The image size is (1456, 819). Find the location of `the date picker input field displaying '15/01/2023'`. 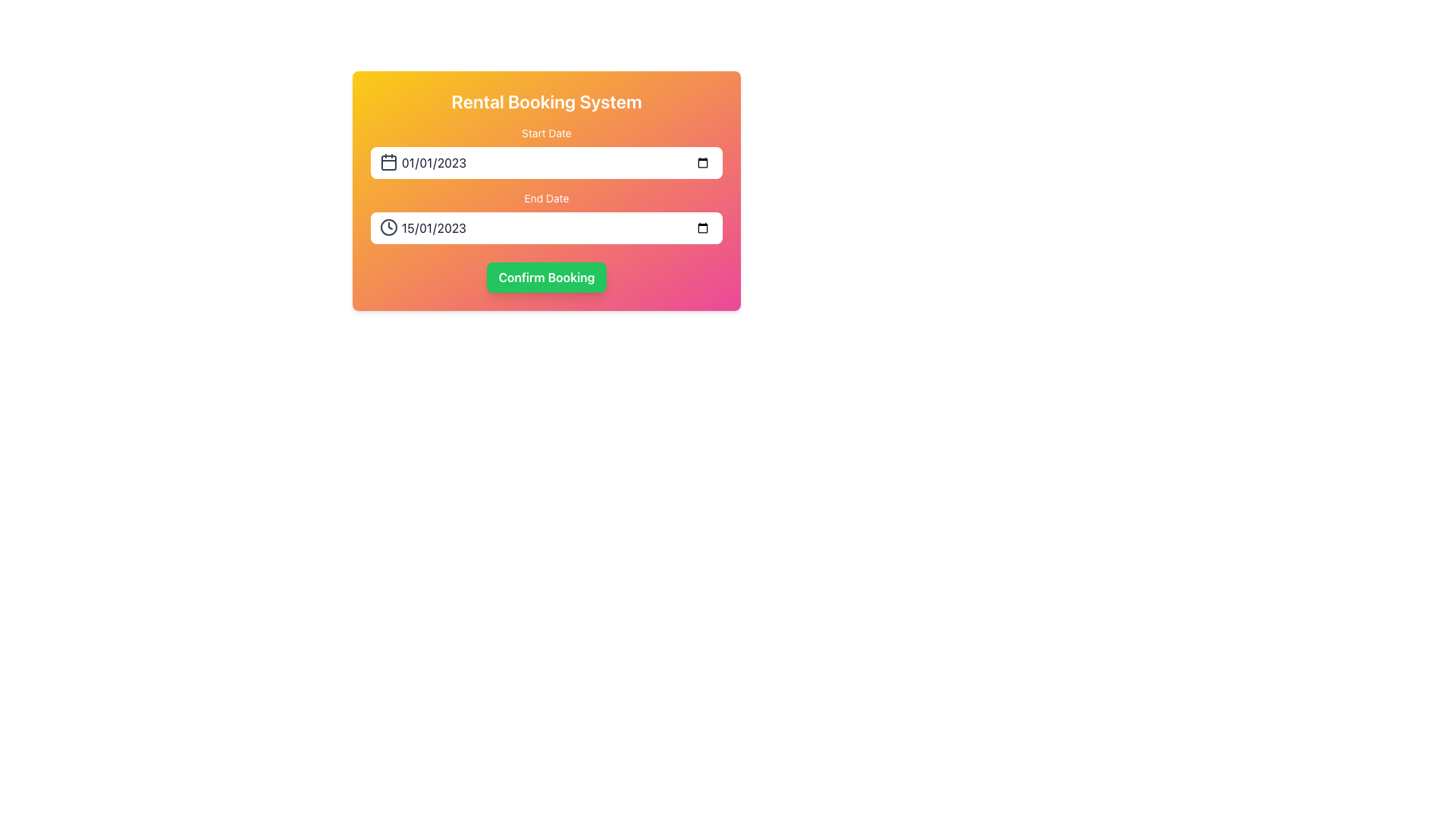

the date picker input field displaying '15/01/2023' is located at coordinates (546, 227).